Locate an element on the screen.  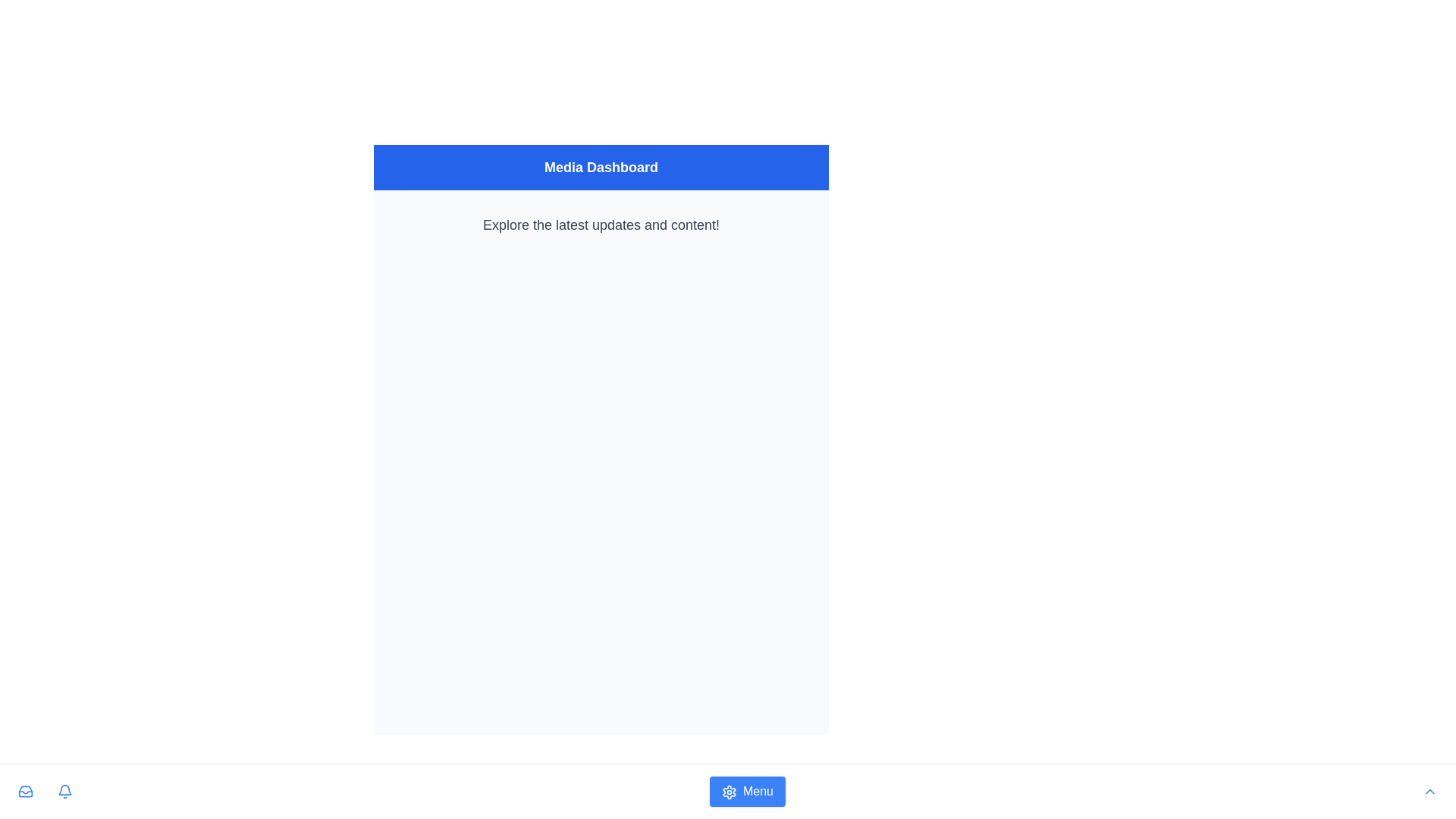
the text label displaying 'Explore the latest updates and content!' which is prominently located below the 'Media Dashboard' header in the upper-middle portion of the dashboard interface is located at coordinates (600, 225).